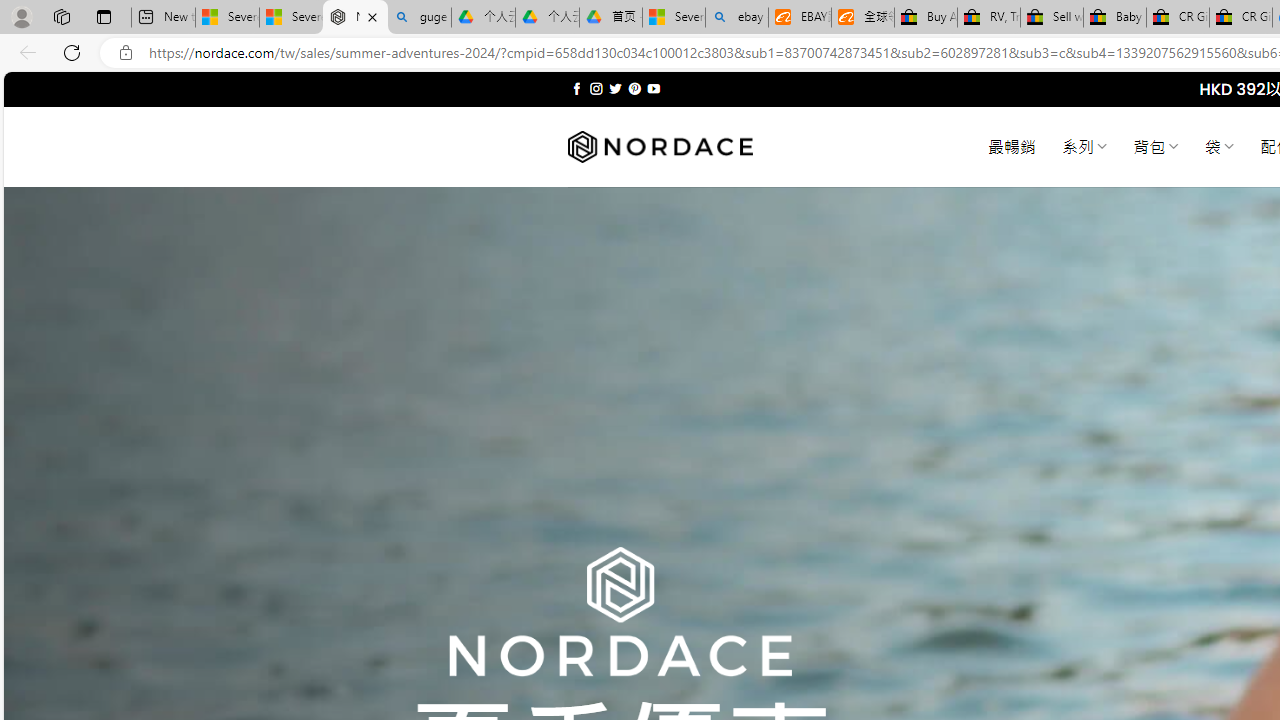 This screenshot has height=720, width=1280. What do you see at coordinates (925, 17) in the screenshot?
I see `'Buy Auto Parts & Accessories | eBay'` at bounding box center [925, 17].